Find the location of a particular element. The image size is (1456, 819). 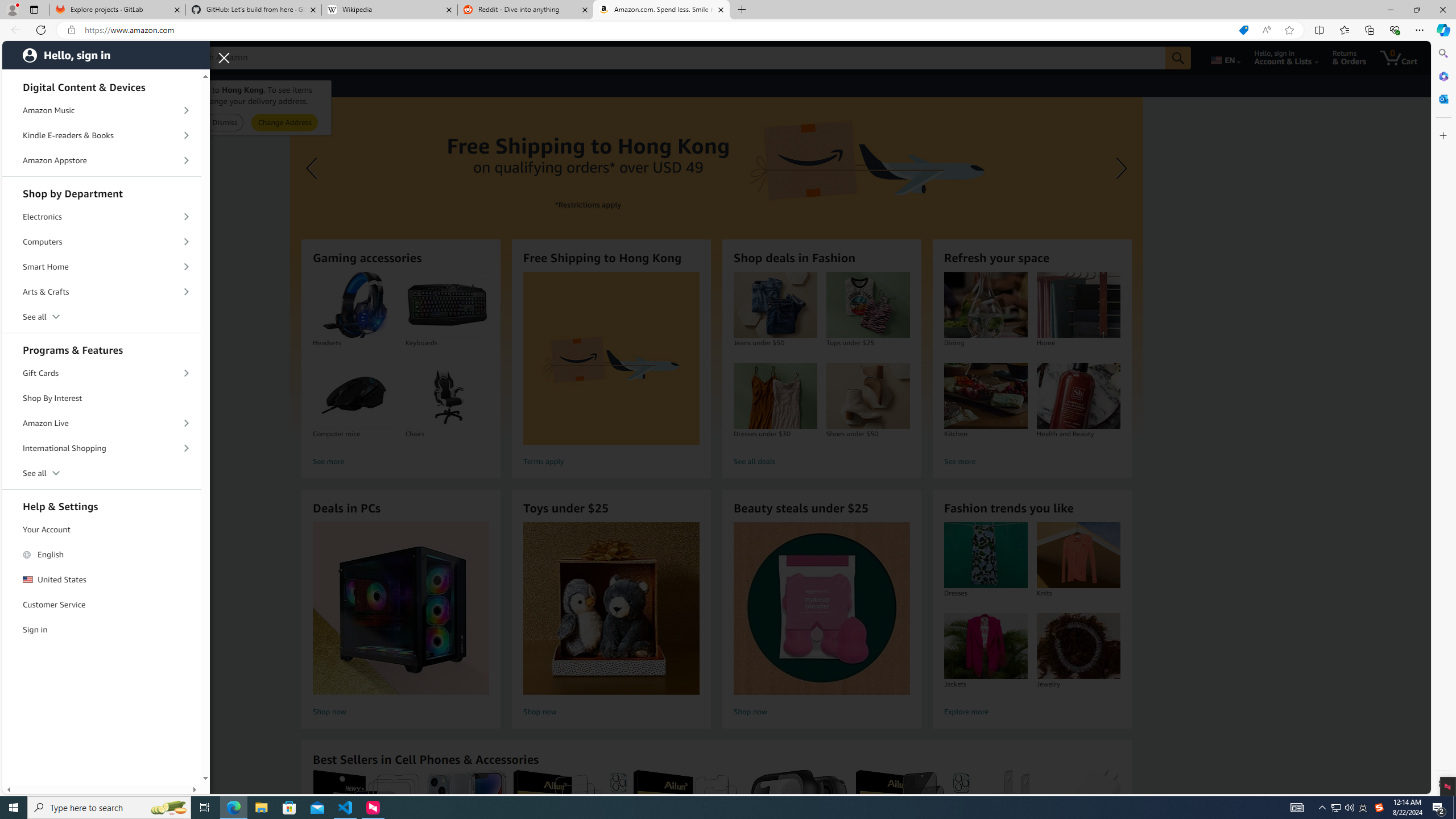

'English' is located at coordinates (102, 553).